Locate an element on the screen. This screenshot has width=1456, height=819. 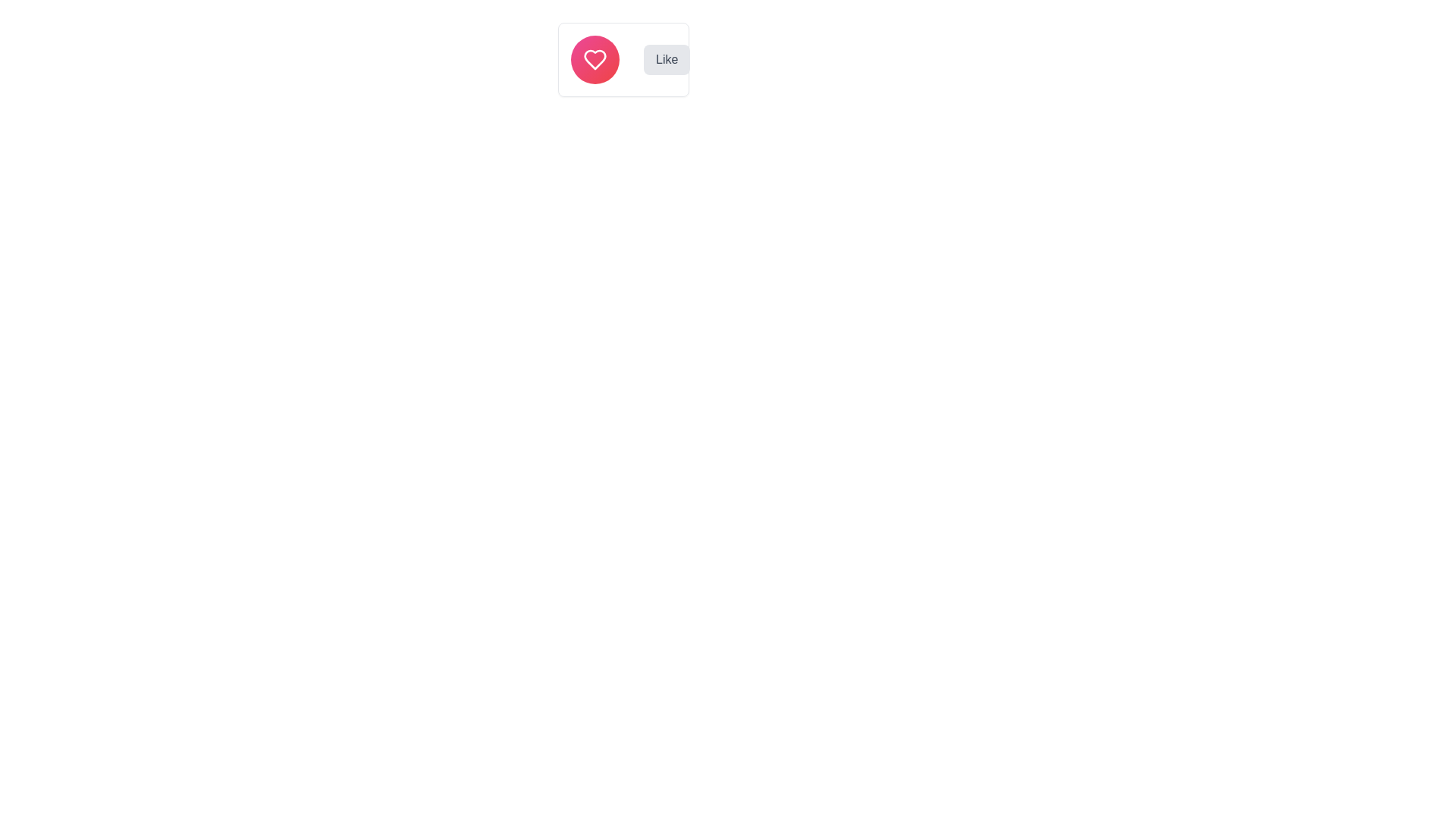
the 'Like' button with rounded corners and a light gray background is located at coordinates (667, 58).